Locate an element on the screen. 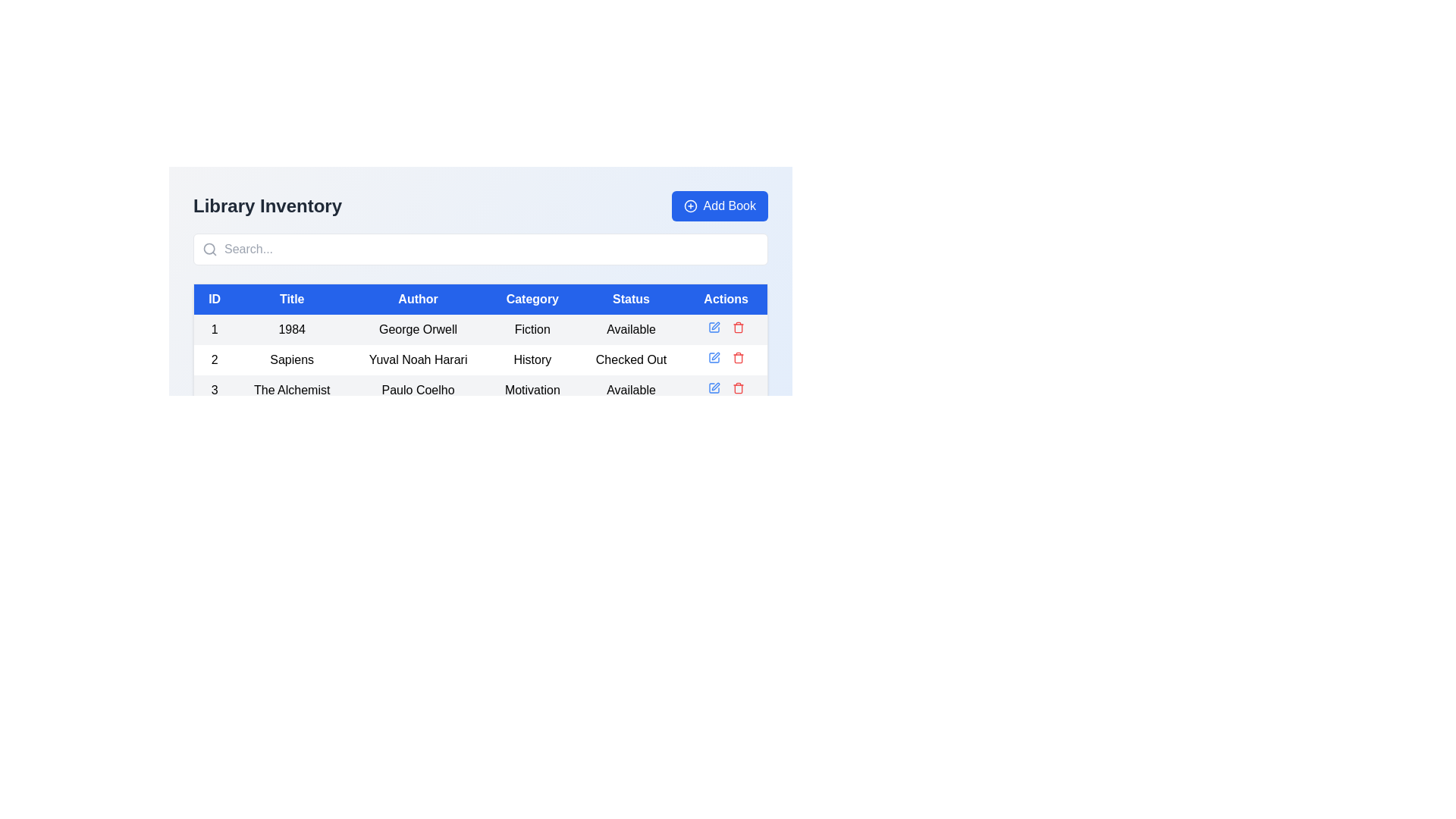 The width and height of the screenshot is (1456, 819). the static text element displaying the digit '3', which is located in the leftmost column under the 'ID' heading for the entry 'The Alchemist' in the third row of the table is located at coordinates (213, 390).